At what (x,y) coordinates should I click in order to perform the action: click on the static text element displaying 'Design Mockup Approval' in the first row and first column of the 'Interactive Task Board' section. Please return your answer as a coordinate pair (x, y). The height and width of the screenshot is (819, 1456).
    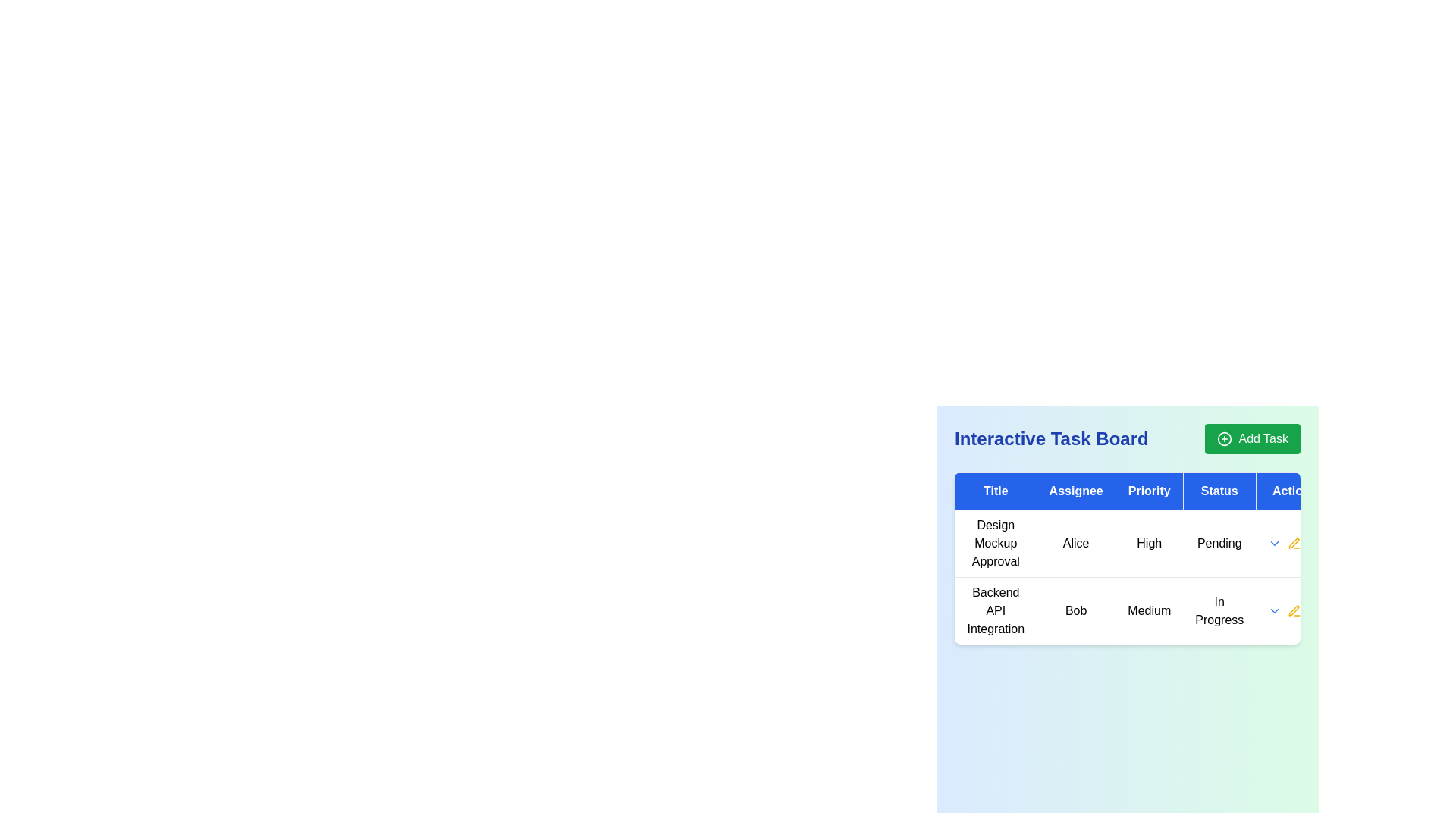
    Looking at the image, I should click on (996, 543).